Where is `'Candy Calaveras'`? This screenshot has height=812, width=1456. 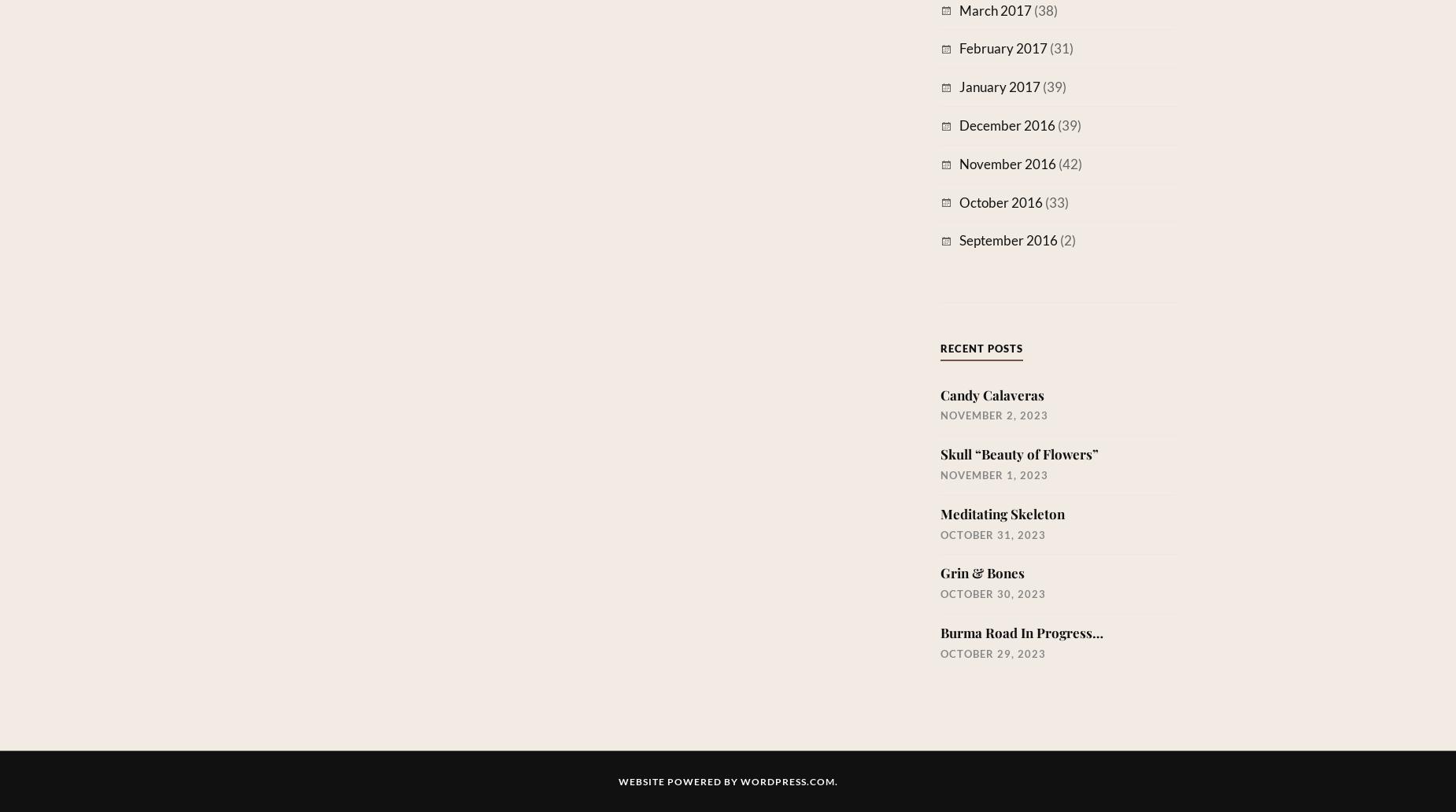 'Candy Calaveras' is located at coordinates (991, 393).